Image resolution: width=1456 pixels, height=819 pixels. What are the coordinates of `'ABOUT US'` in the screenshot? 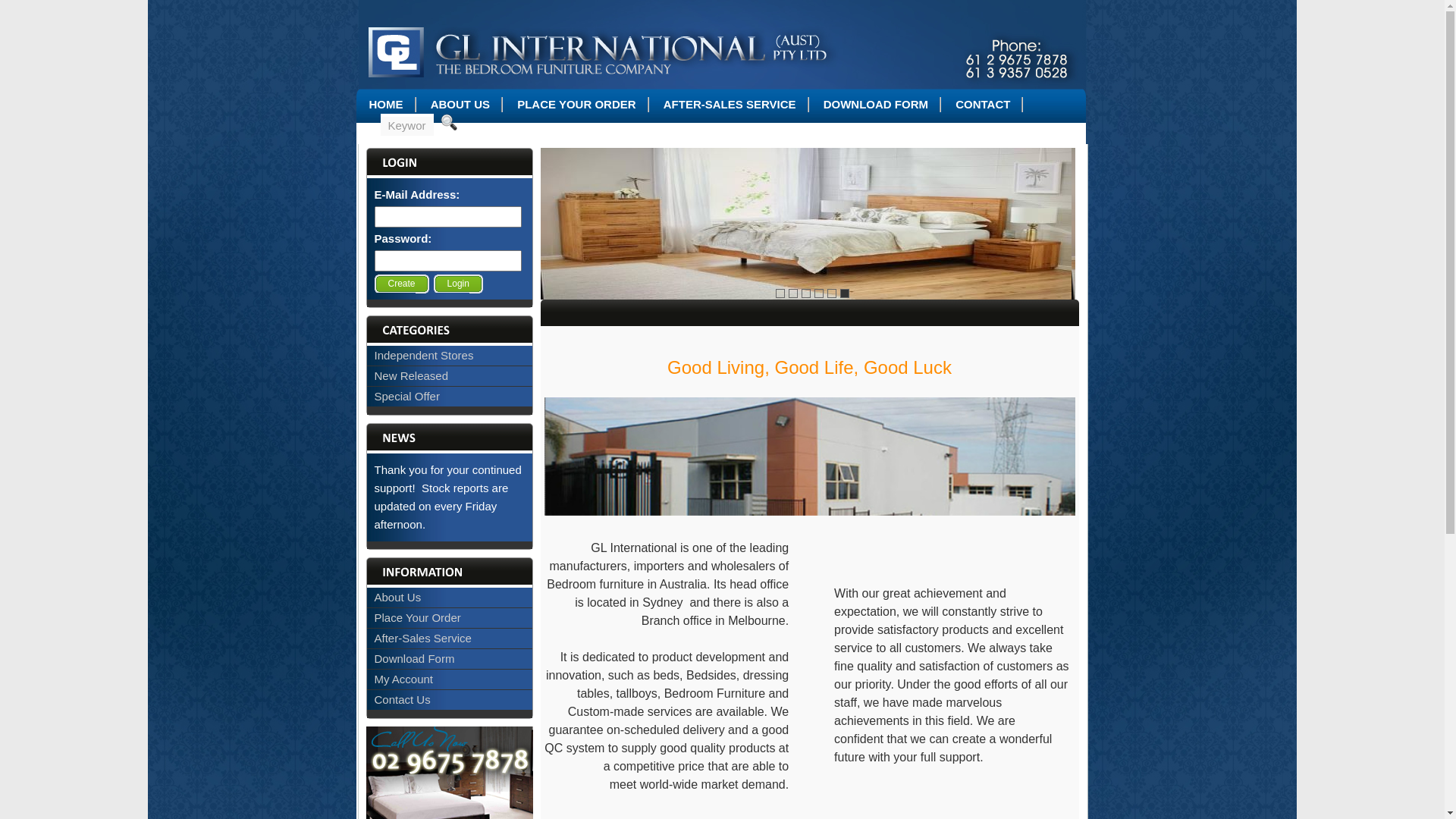 It's located at (459, 103).